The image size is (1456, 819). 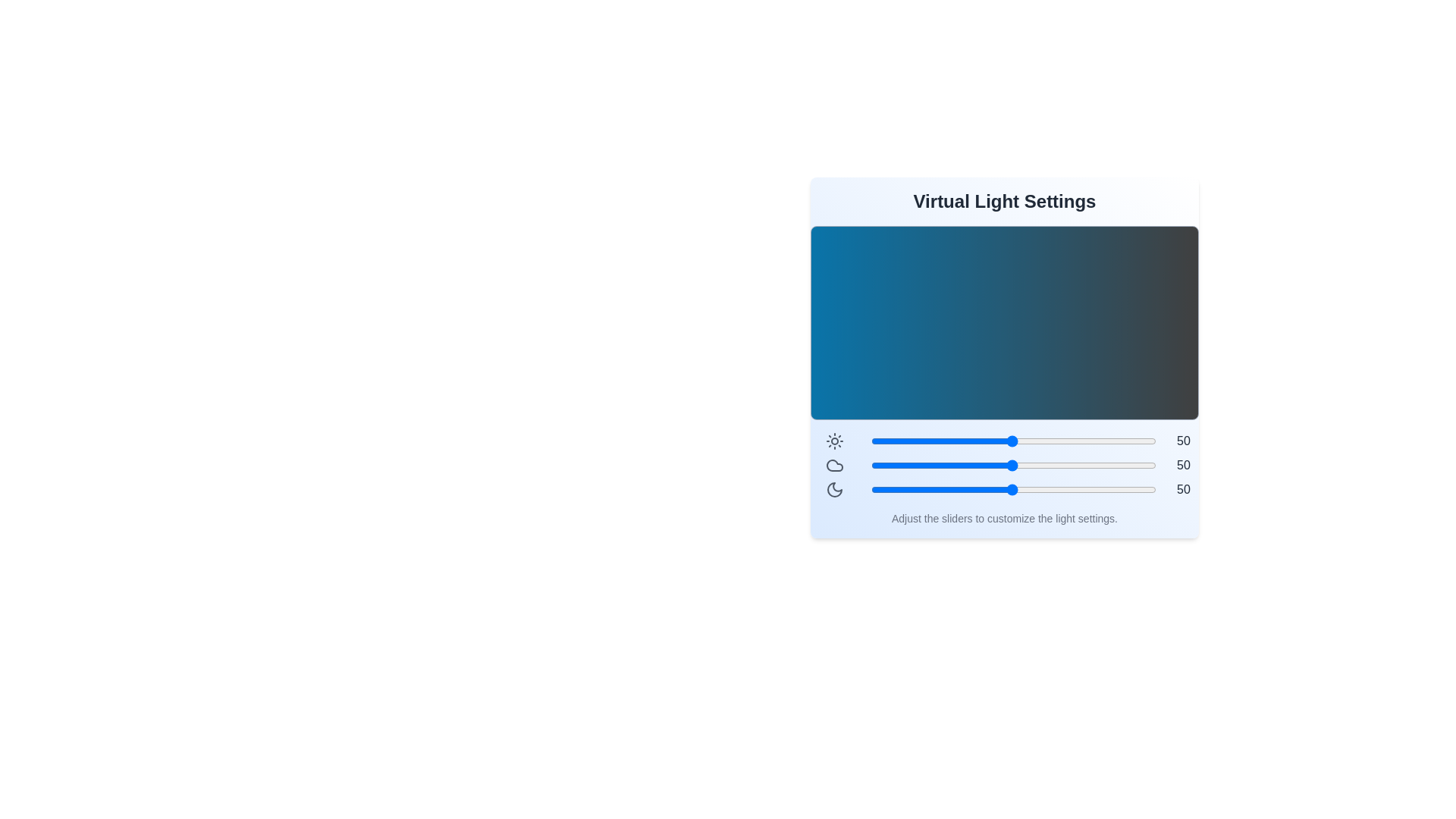 What do you see at coordinates (1001, 441) in the screenshot?
I see `the brightness slider to 46 level` at bounding box center [1001, 441].